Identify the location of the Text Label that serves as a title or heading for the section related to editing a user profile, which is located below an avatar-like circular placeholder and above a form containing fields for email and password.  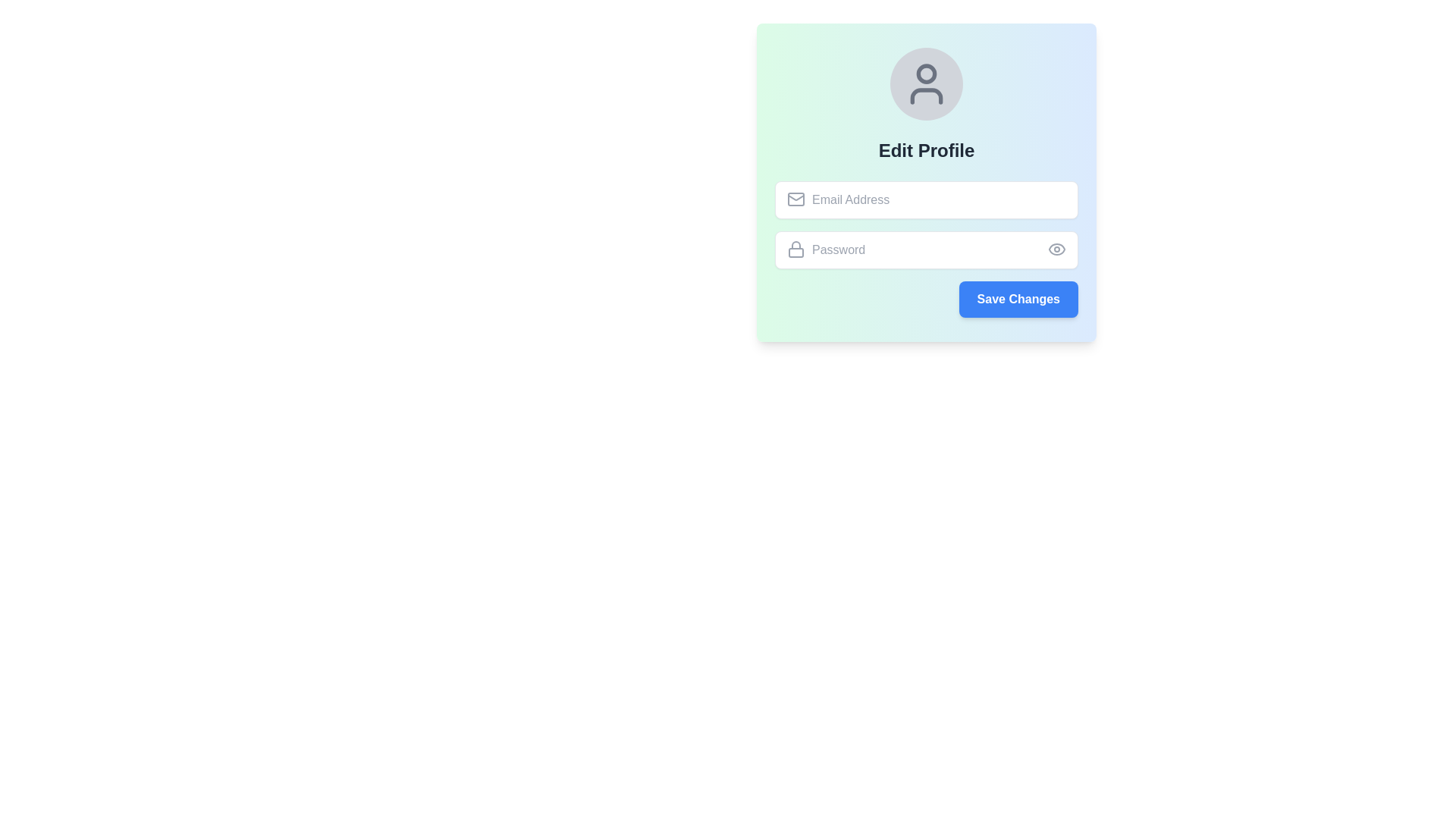
(926, 151).